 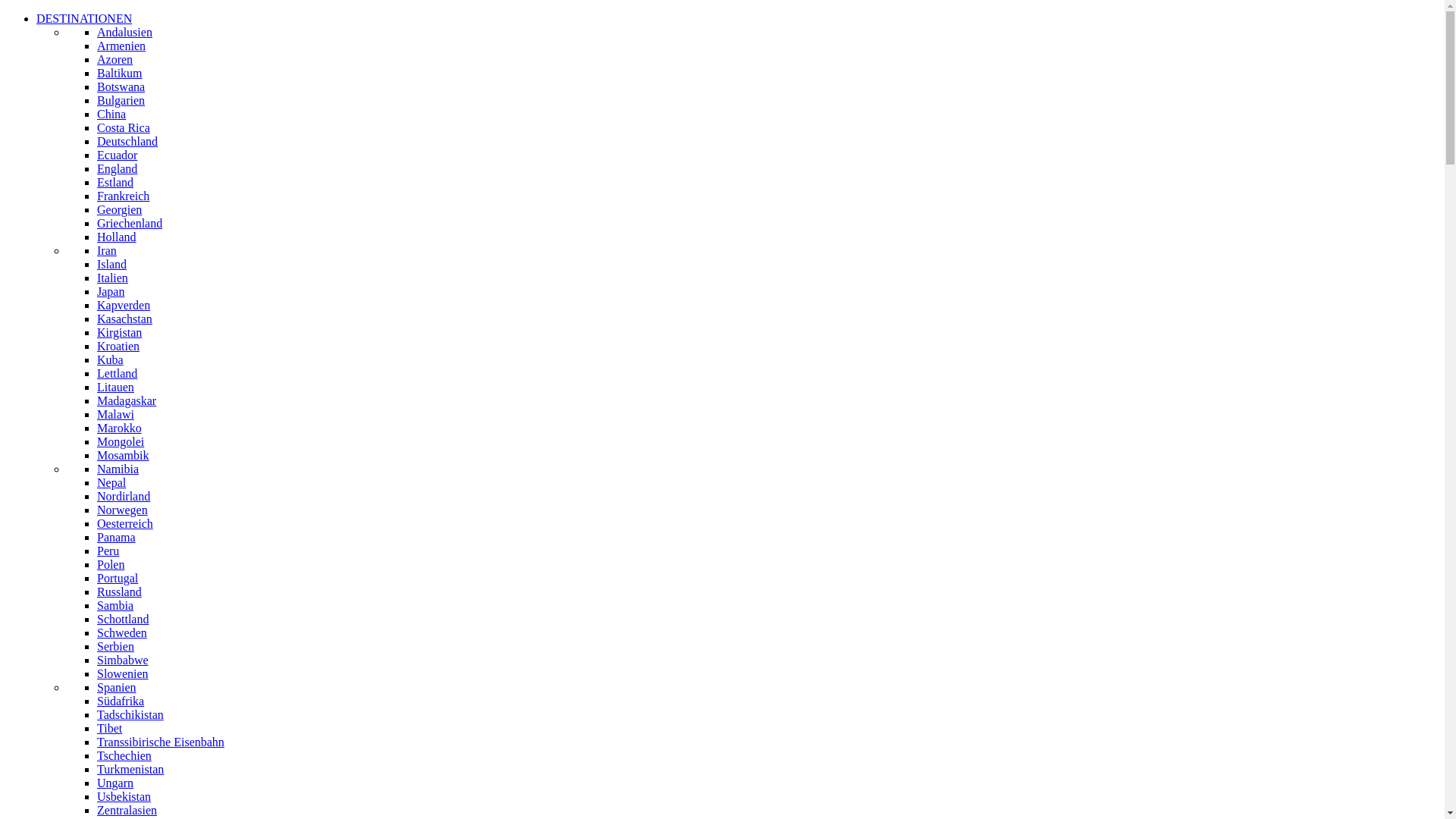 I want to click on 'Marokko', so click(x=118, y=428).